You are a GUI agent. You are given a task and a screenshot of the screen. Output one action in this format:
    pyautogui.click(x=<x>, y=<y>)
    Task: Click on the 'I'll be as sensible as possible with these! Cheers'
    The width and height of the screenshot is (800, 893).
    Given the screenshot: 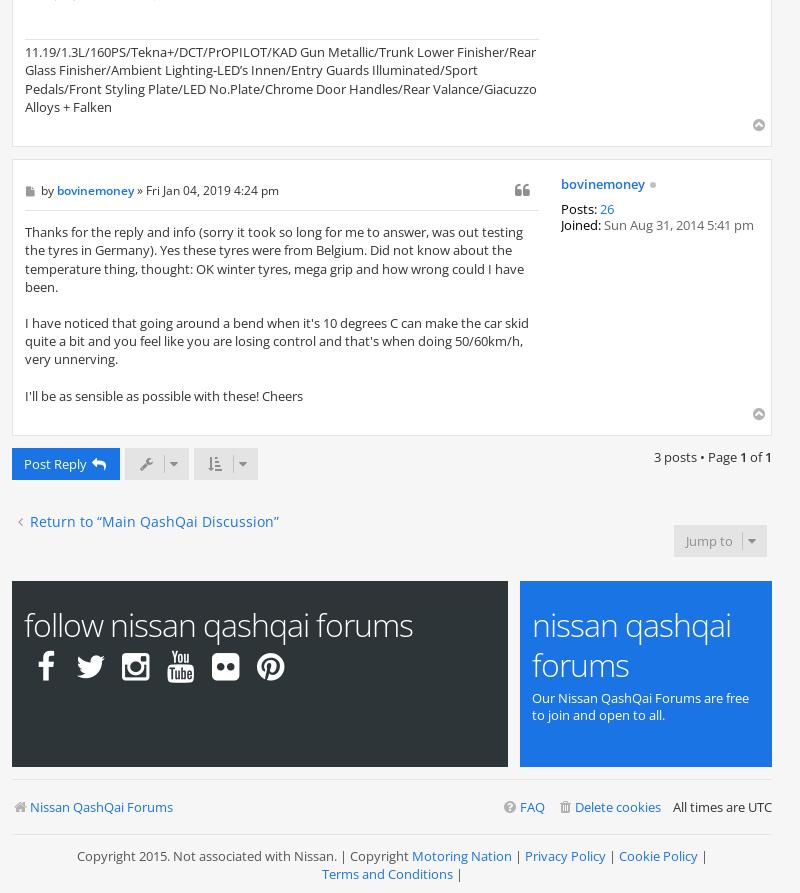 What is the action you would take?
    pyautogui.click(x=164, y=394)
    